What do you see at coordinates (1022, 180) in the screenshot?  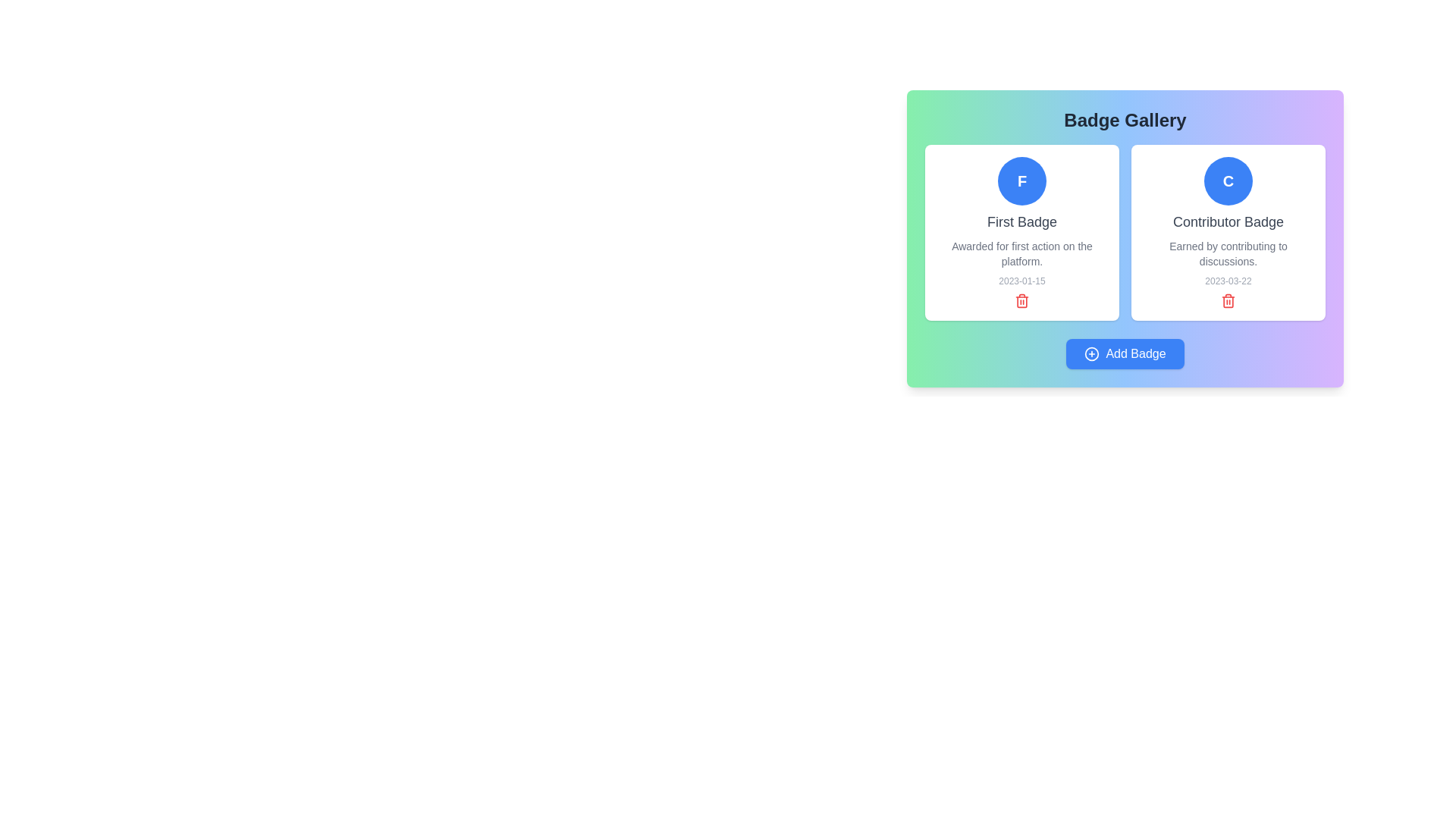 I see `the text content representing the initial of the badge's name 'First Badge' within the circular icon at the top-left of the badge gallery` at bounding box center [1022, 180].